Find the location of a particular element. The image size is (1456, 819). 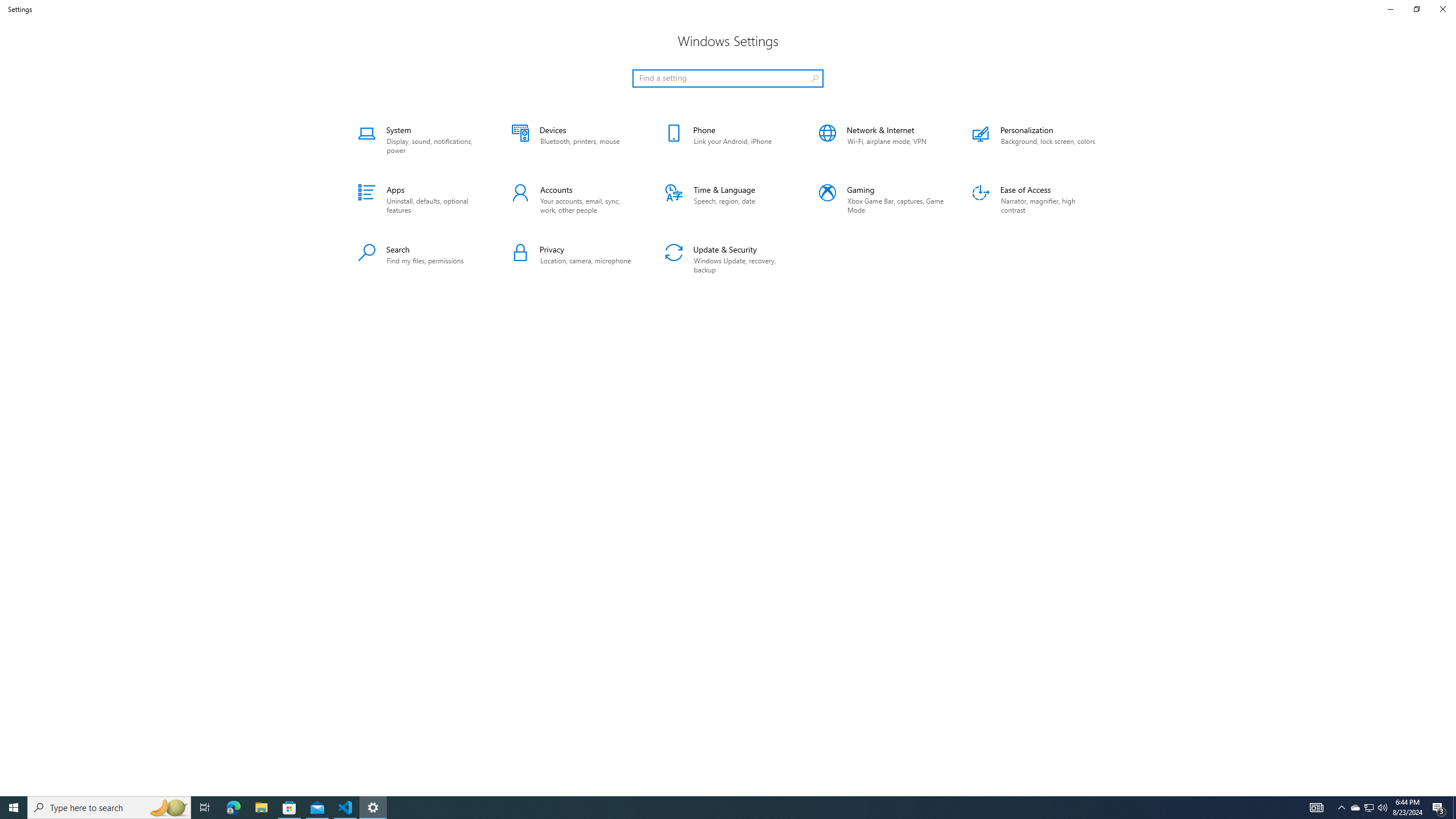

'Restore Settings' is located at coordinates (1416, 9).